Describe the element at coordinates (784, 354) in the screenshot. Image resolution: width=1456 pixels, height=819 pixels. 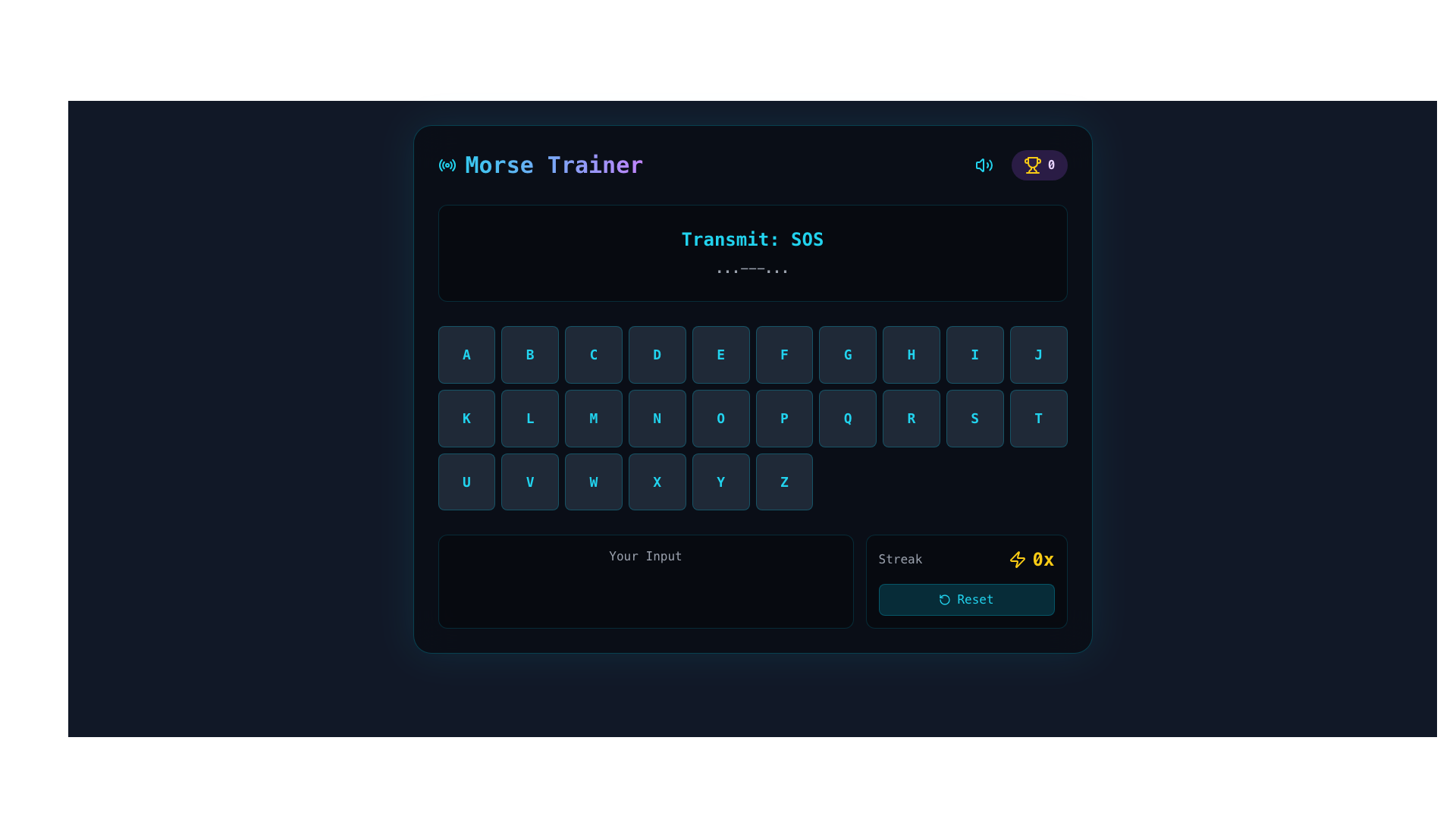
I see `the button representing the letter 'F' in the alphabetical character grid, which is positioned between the buttons labeled 'E' and 'G'` at that location.